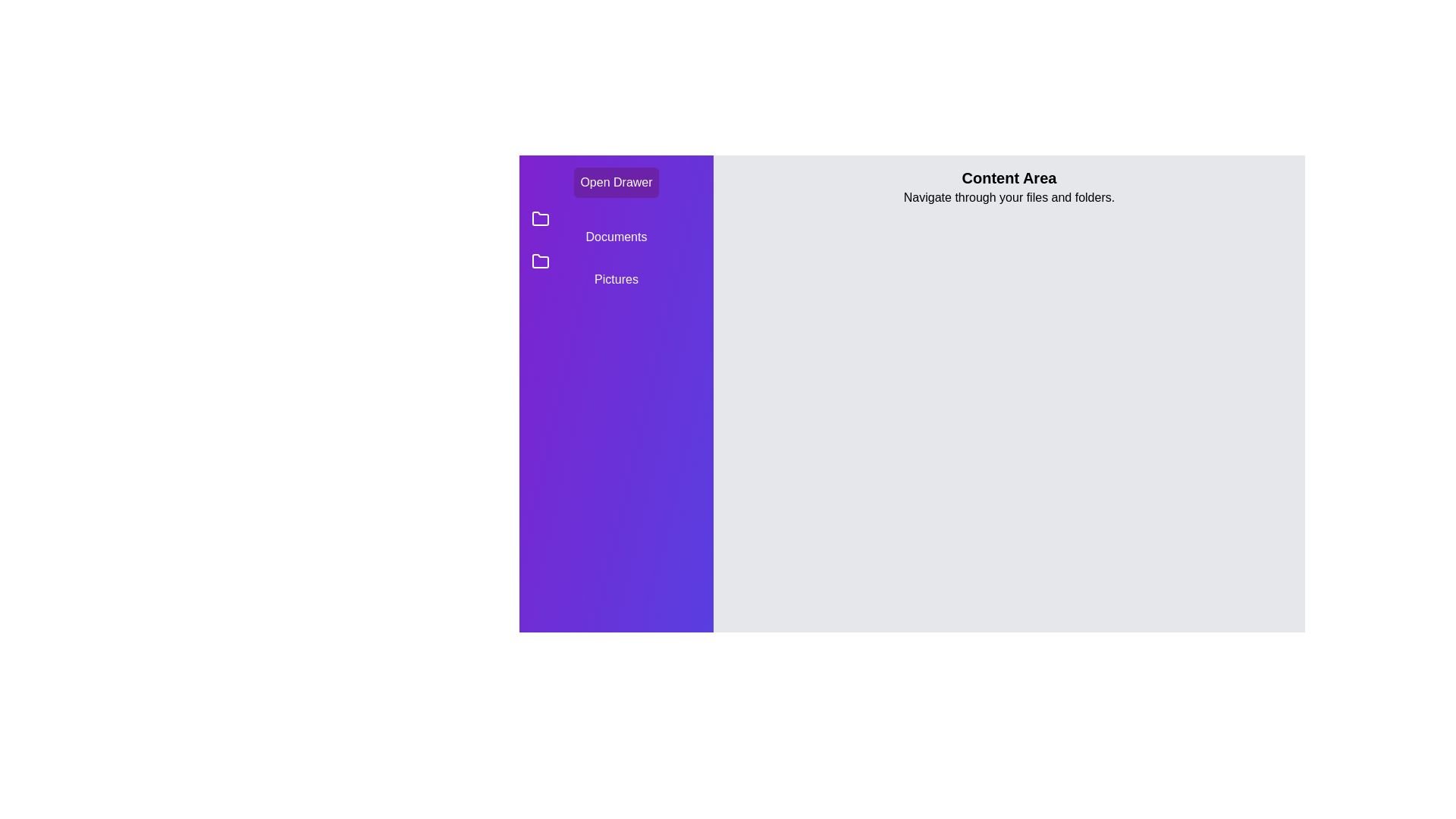 The width and height of the screenshot is (1456, 819). I want to click on the folder icon for Documents, so click(541, 219).